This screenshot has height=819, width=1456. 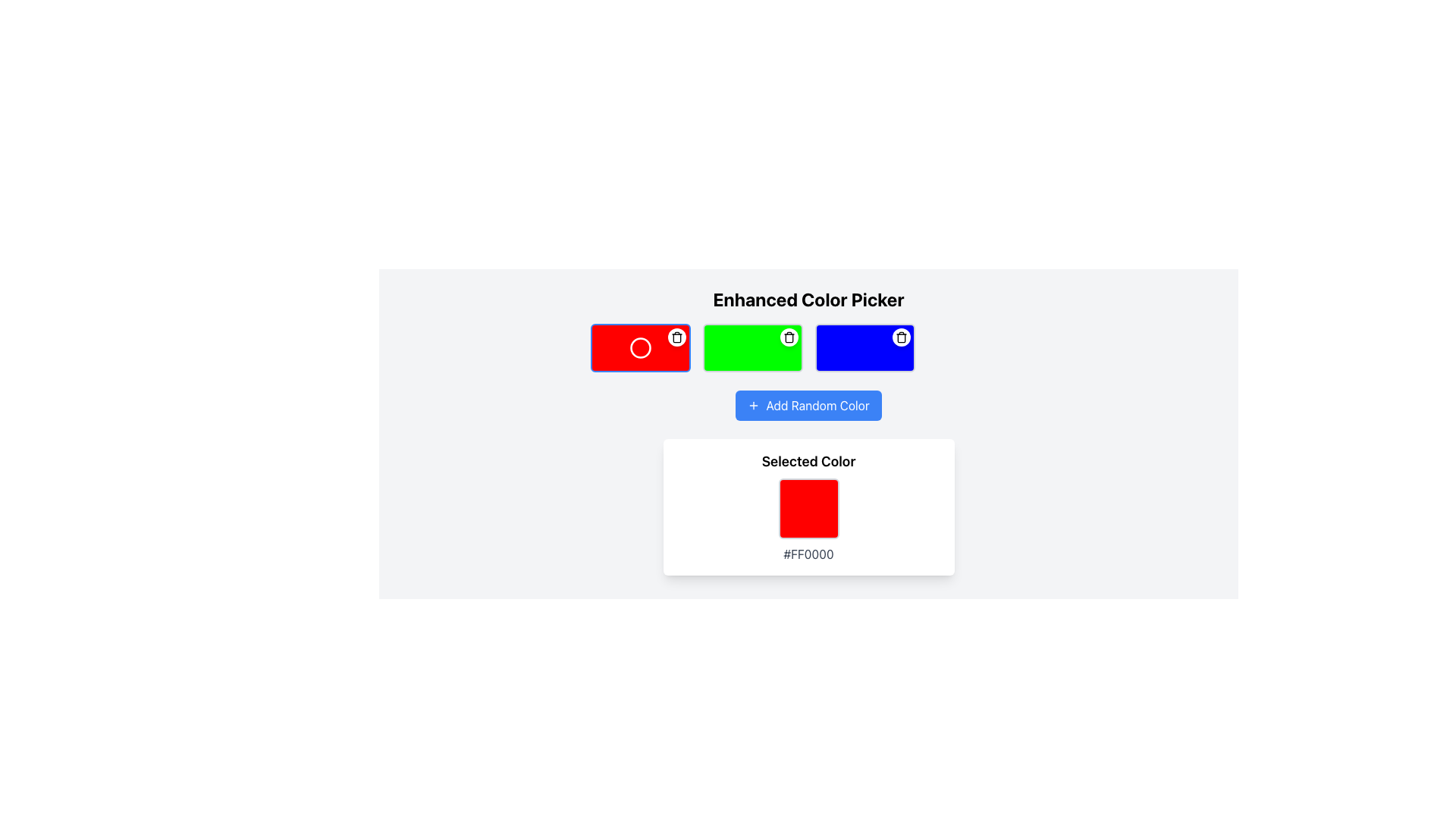 I want to click on the fourth Interactive Color Card that displays a blue color in the top center of the interface, so click(x=864, y=348).